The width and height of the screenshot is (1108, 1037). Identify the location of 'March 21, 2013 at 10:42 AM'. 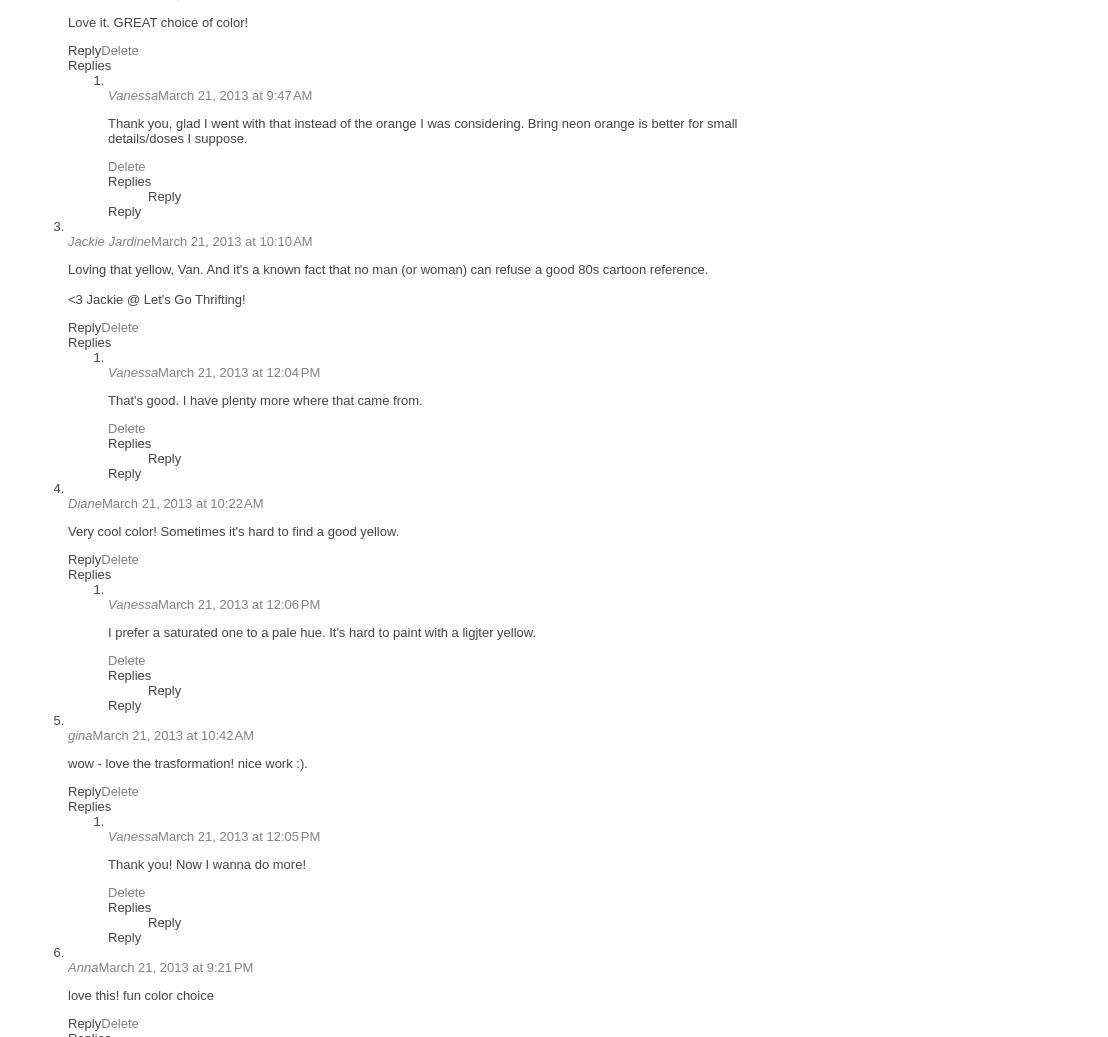
(171, 735).